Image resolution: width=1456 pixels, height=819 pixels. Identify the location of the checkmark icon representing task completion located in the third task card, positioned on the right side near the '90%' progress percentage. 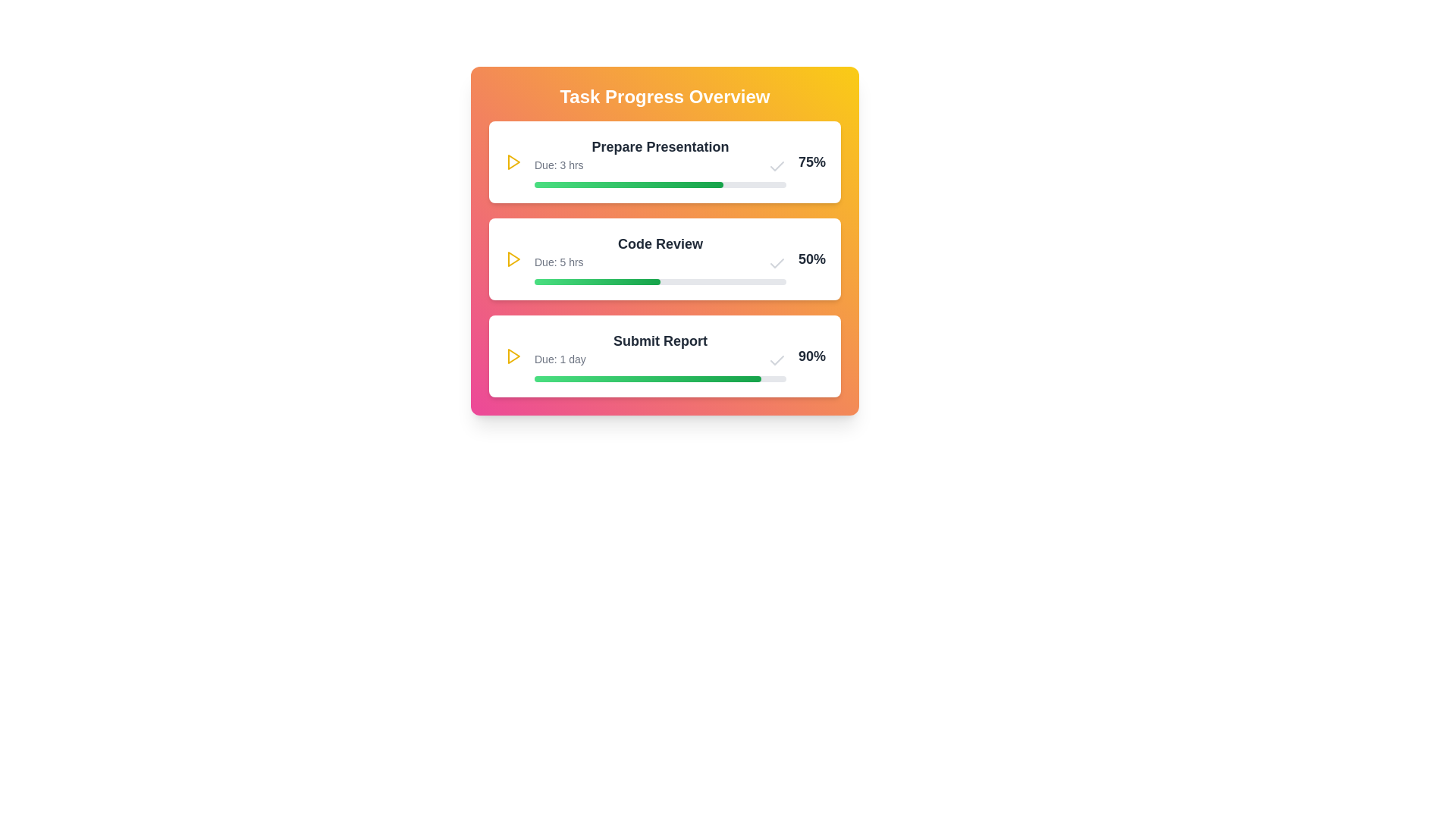
(777, 262).